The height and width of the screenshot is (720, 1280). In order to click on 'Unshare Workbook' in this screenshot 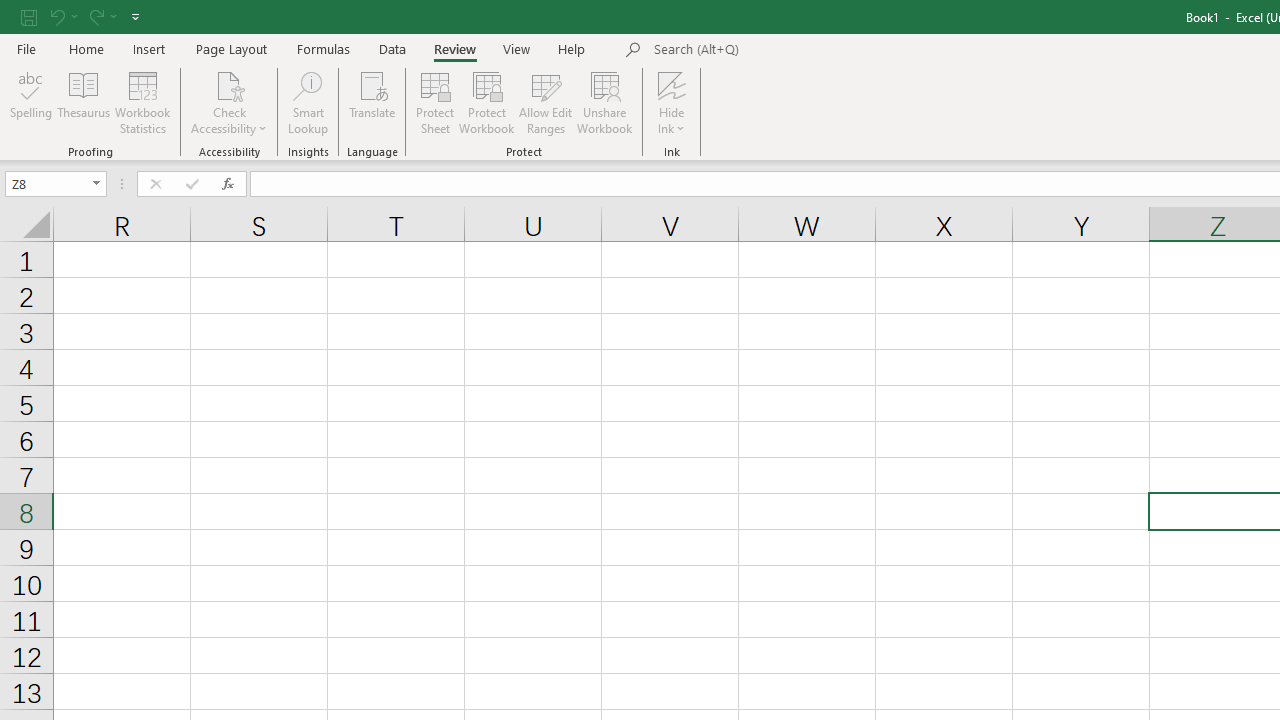, I will do `click(603, 103)`.